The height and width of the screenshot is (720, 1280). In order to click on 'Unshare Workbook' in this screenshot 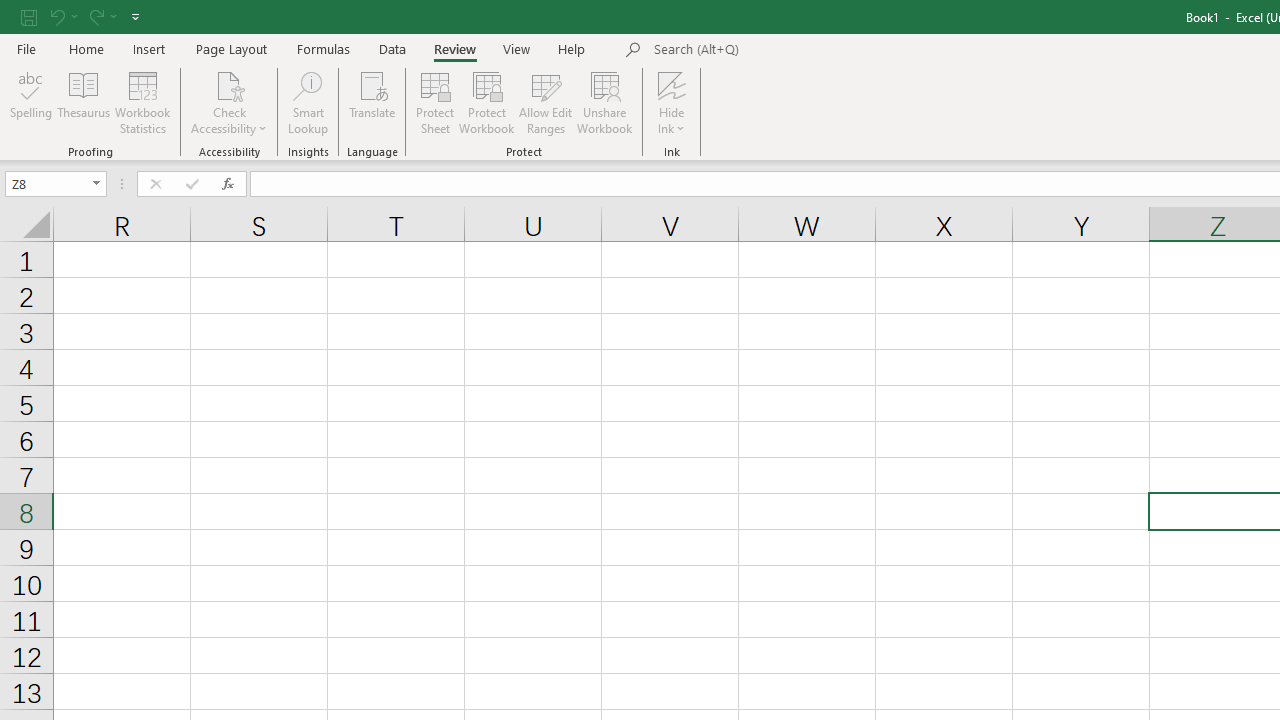, I will do `click(603, 103)`.